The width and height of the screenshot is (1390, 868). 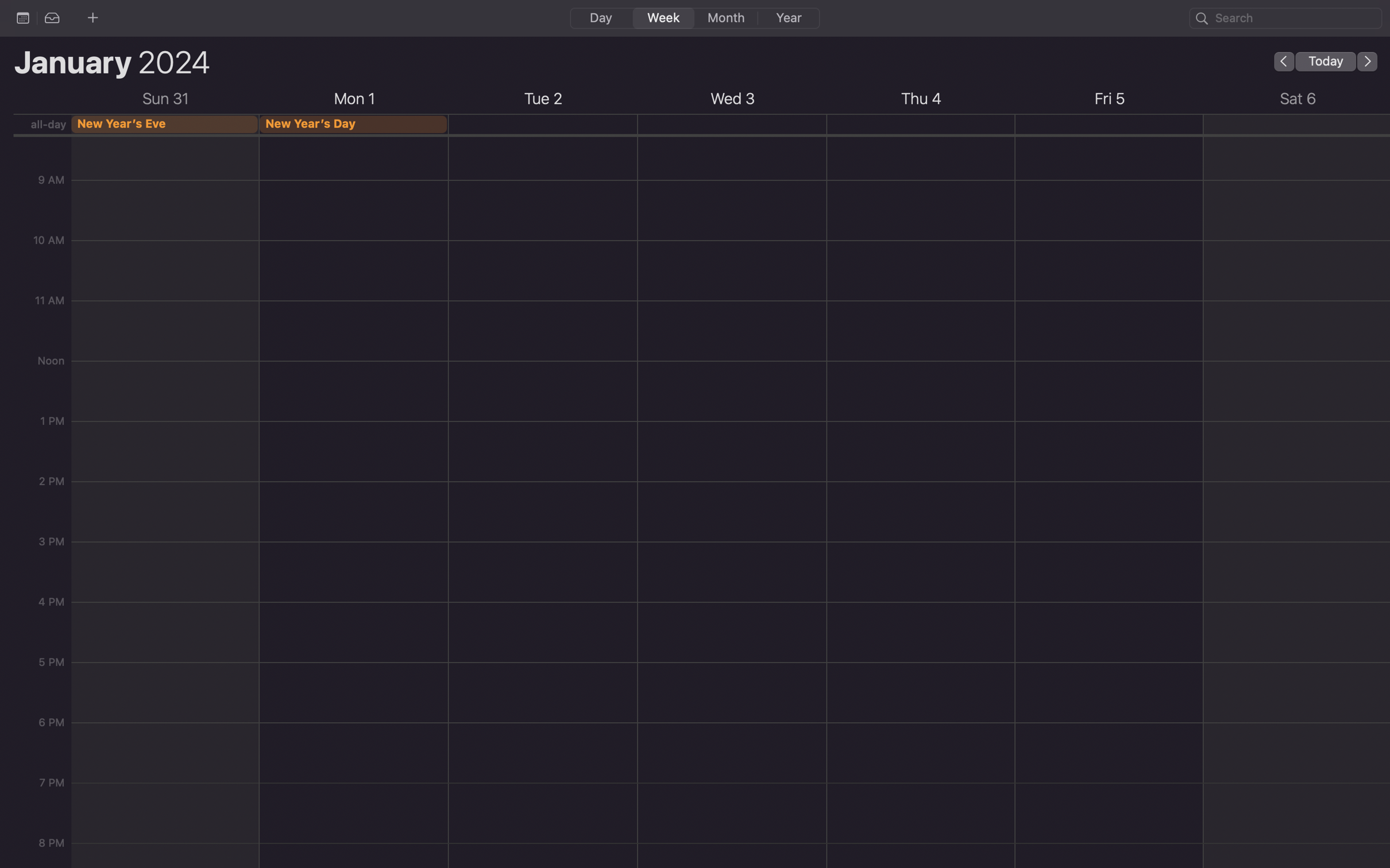 I want to click on Arrange a meeting for 6 pm on the forthcoming Wednesday, so click(x=734, y=741).